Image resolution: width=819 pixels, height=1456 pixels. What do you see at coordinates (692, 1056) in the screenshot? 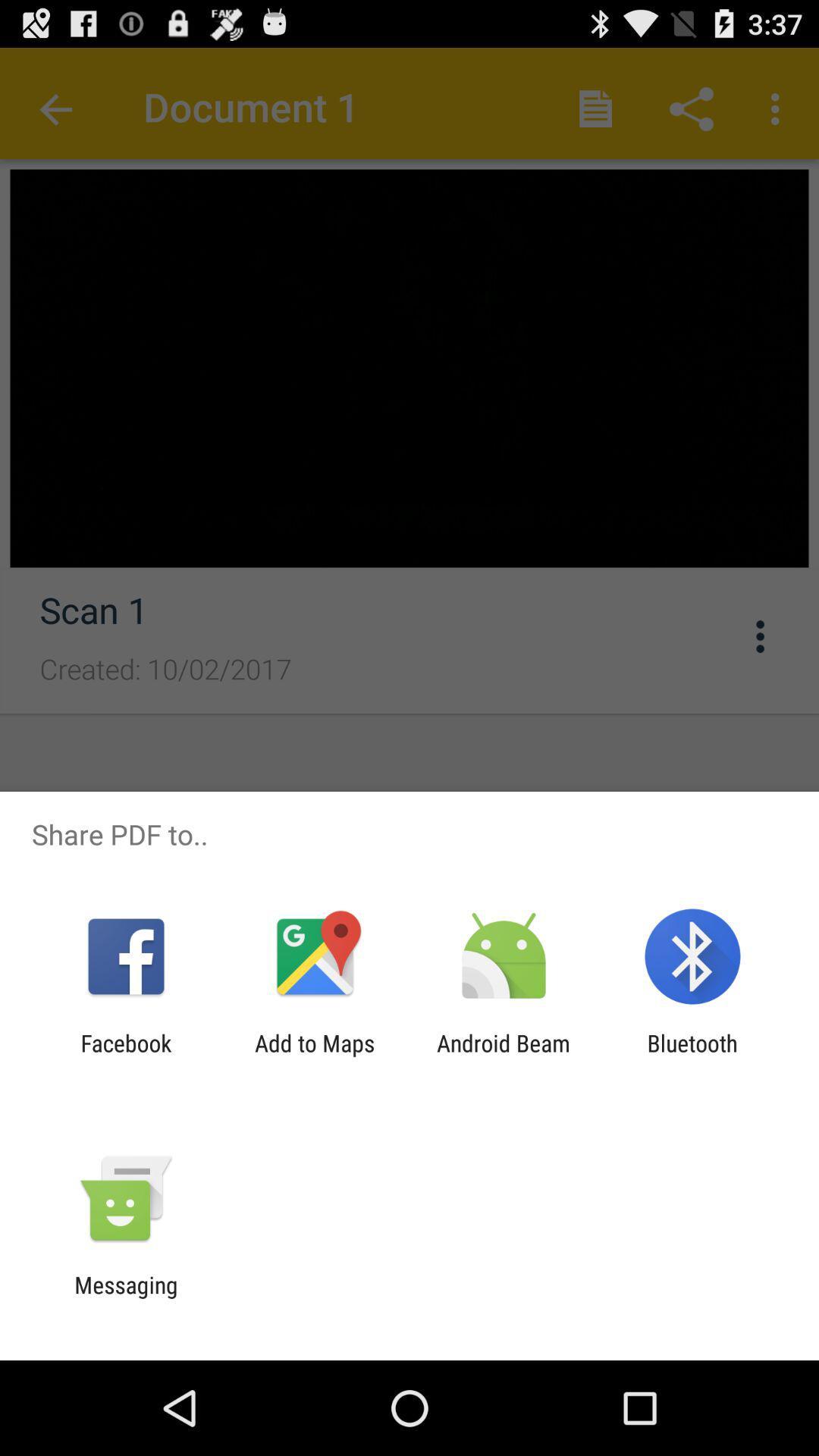
I see `the bluetooth` at bounding box center [692, 1056].